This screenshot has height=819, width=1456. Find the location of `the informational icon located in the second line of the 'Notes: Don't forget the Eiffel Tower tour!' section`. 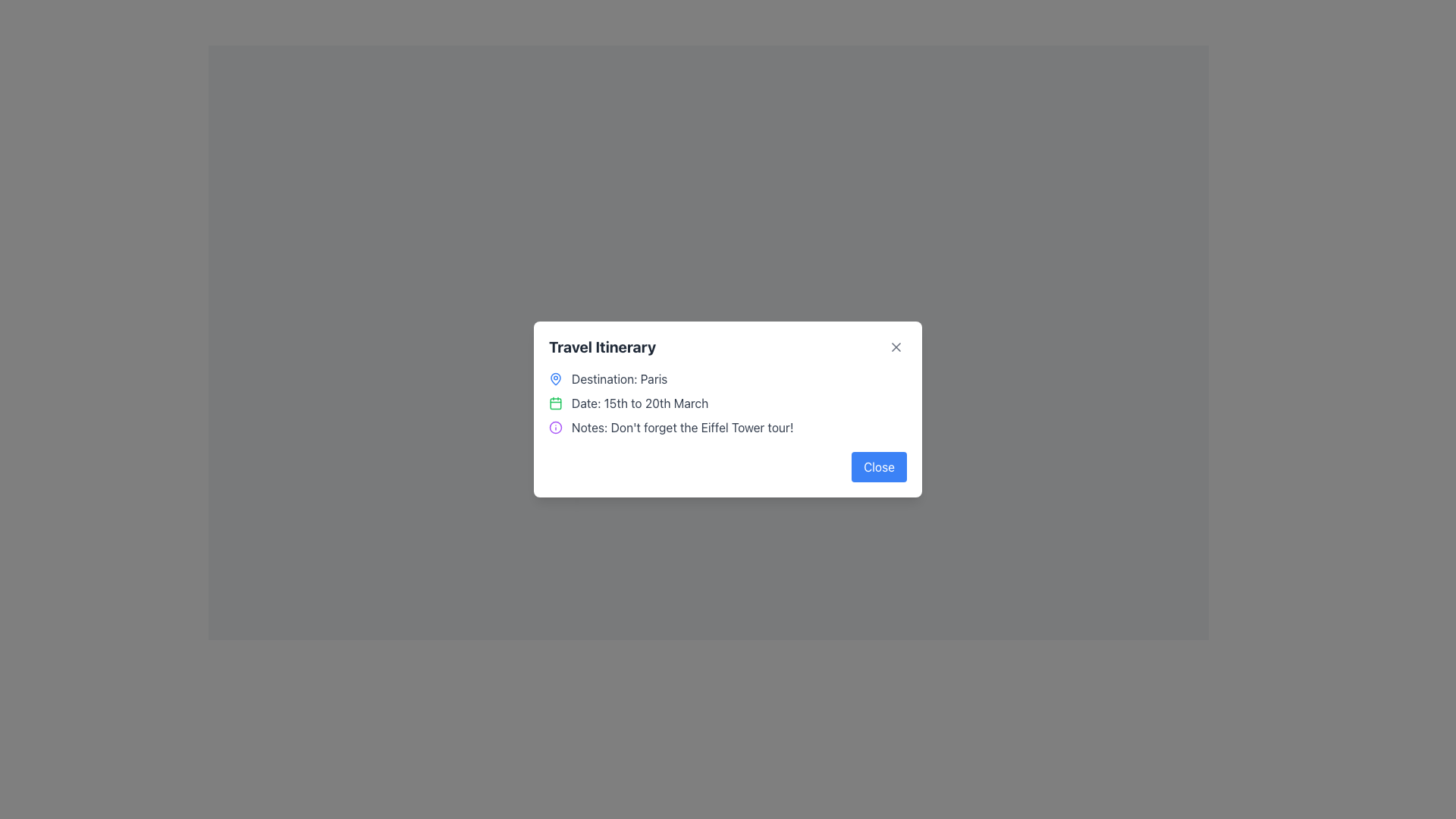

the informational icon located in the second line of the 'Notes: Don't forget the Eiffel Tower tour!' section is located at coordinates (555, 427).